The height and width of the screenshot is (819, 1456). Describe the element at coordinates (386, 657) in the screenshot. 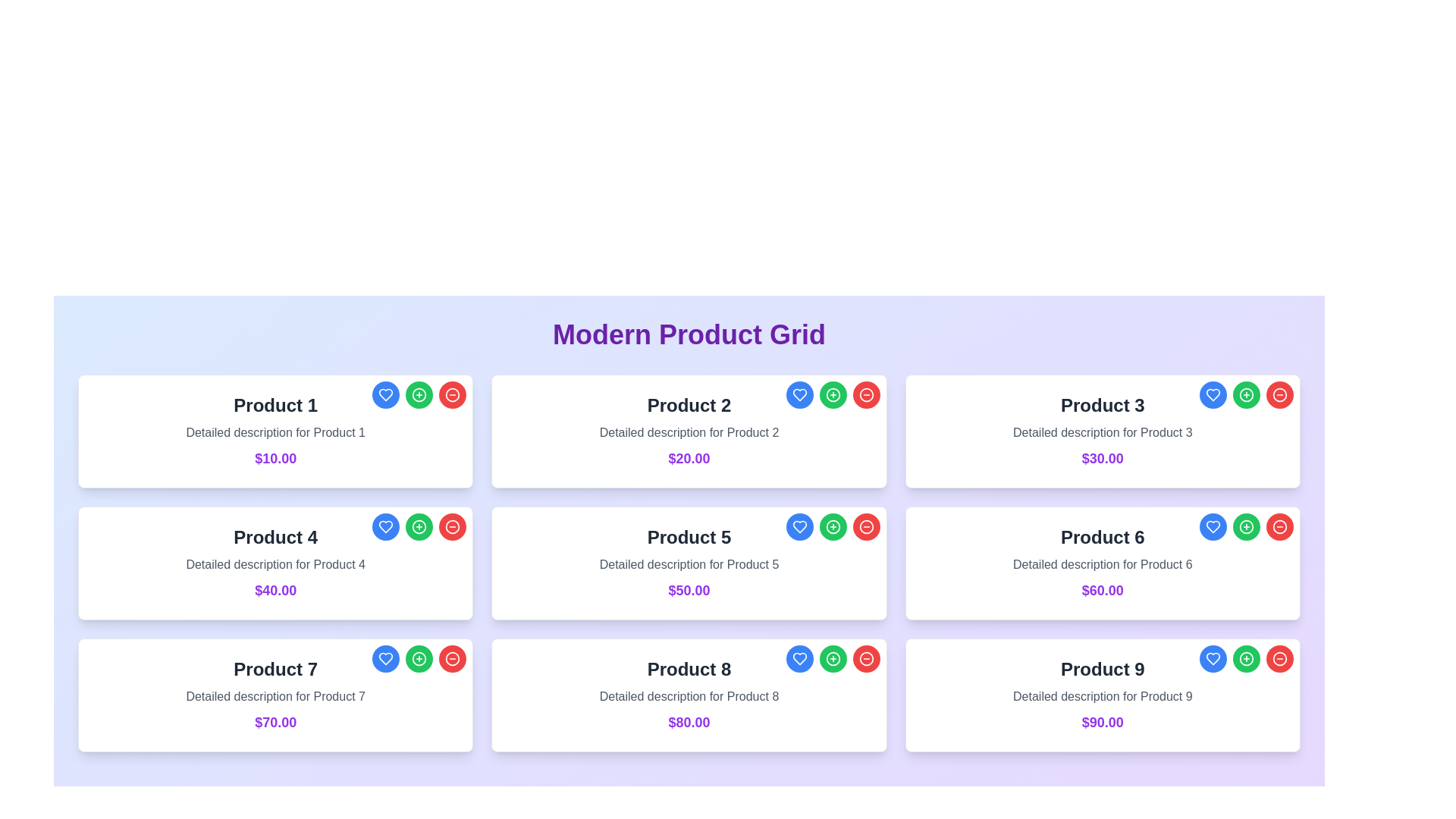

I see `the heart icon in the top-left corner of the button group associated with 'Product 7'` at that location.